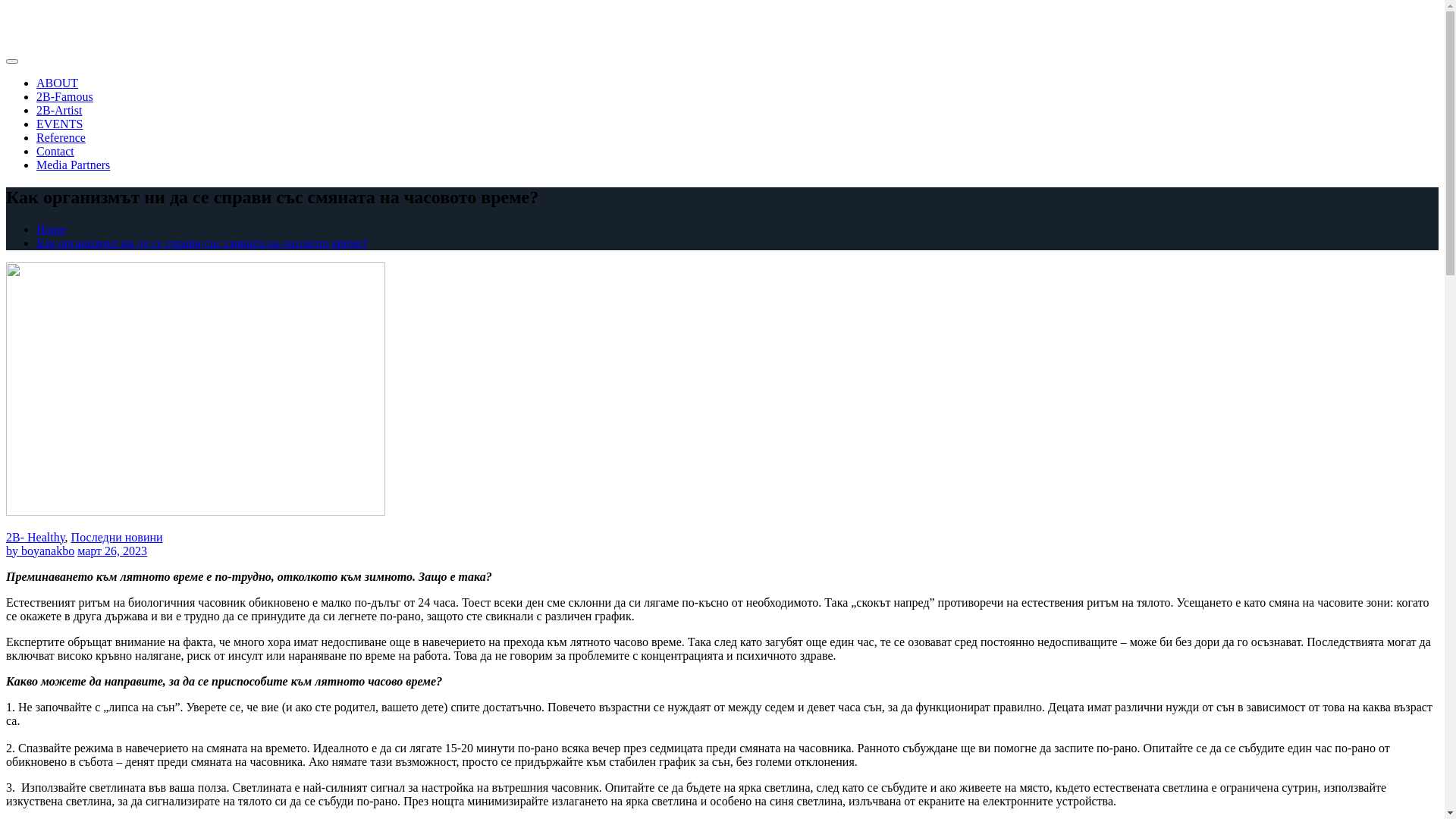  Describe the element at coordinates (55, 151) in the screenshot. I see `'Contact'` at that location.